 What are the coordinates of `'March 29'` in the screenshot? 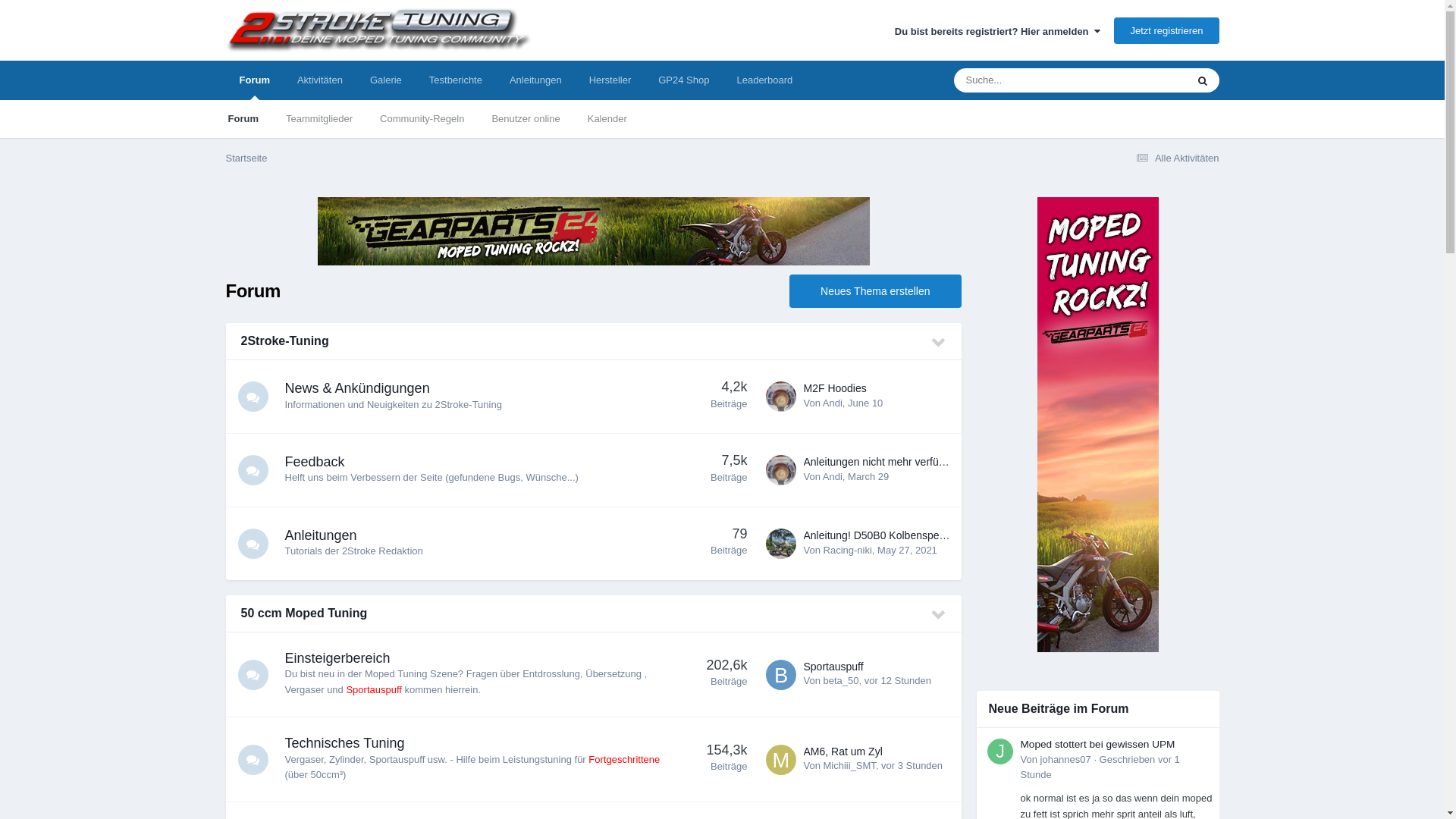 It's located at (868, 475).